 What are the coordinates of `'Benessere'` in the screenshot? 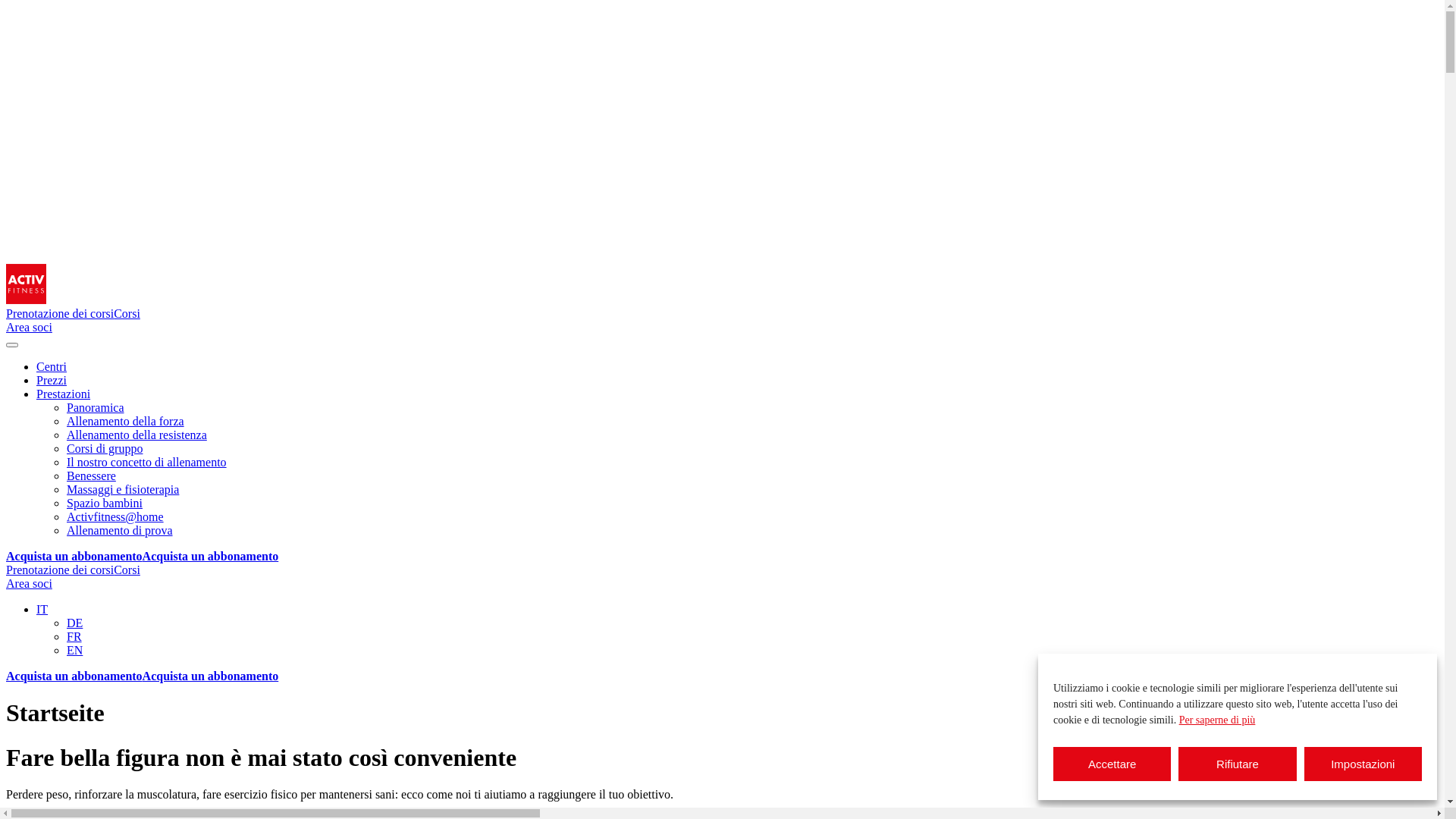 It's located at (90, 475).